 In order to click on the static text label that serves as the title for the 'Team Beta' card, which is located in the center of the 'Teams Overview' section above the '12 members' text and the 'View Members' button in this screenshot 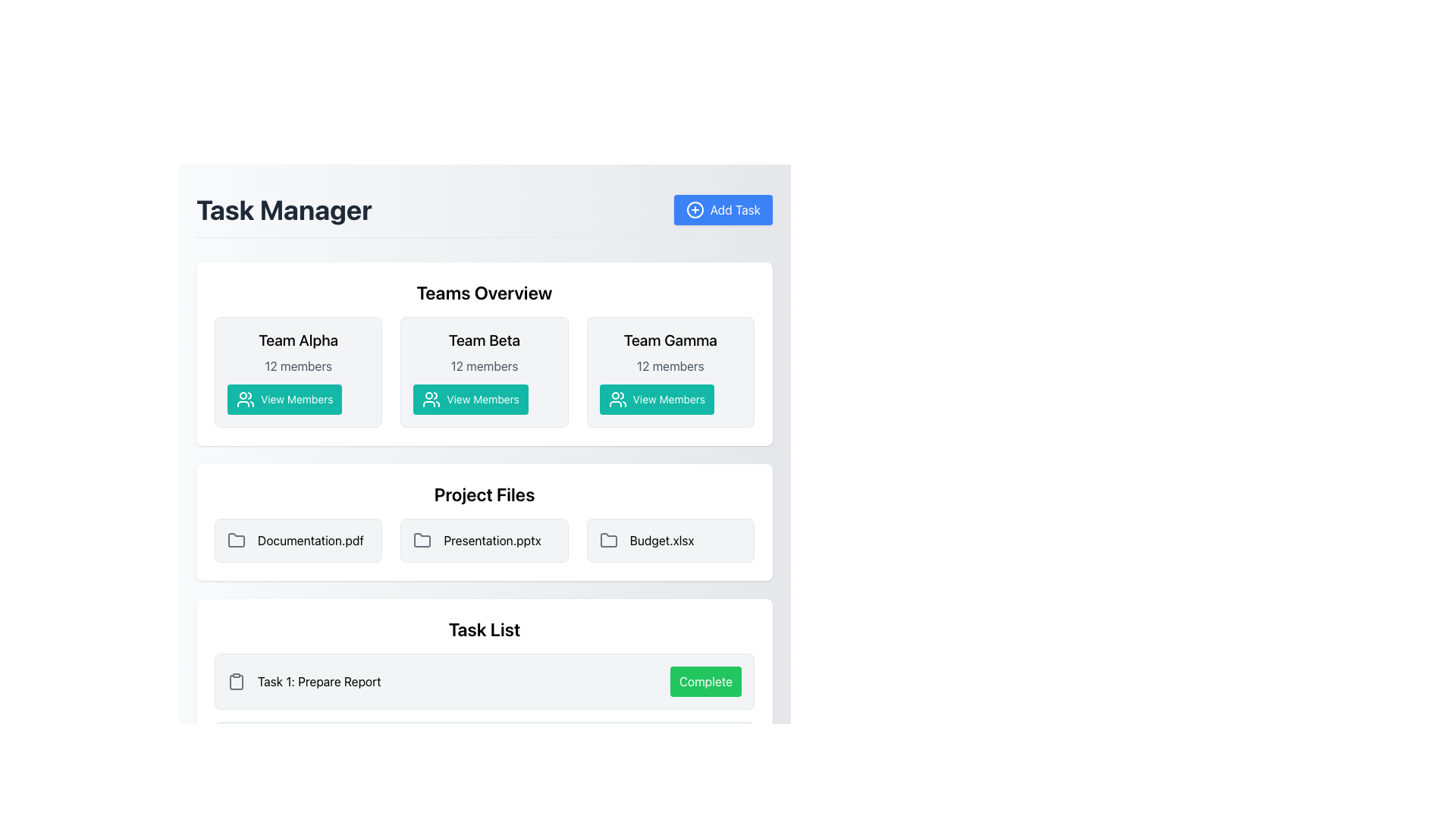, I will do `click(483, 339)`.